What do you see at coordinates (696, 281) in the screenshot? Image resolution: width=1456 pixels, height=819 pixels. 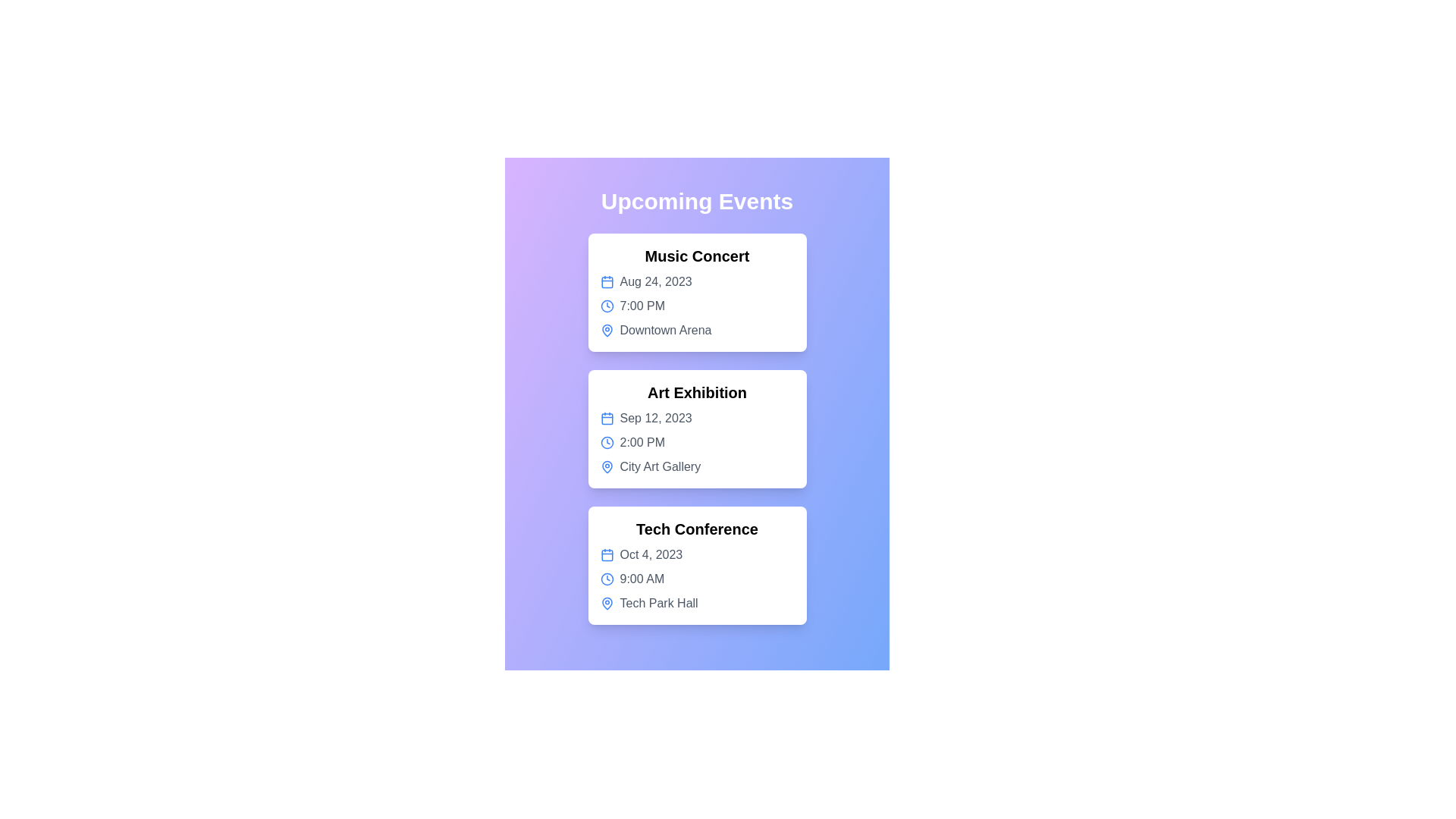 I see `the Text Label with Icon that displays the date of the event in the 'Music Concert' card for accessibility purposes` at bounding box center [696, 281].